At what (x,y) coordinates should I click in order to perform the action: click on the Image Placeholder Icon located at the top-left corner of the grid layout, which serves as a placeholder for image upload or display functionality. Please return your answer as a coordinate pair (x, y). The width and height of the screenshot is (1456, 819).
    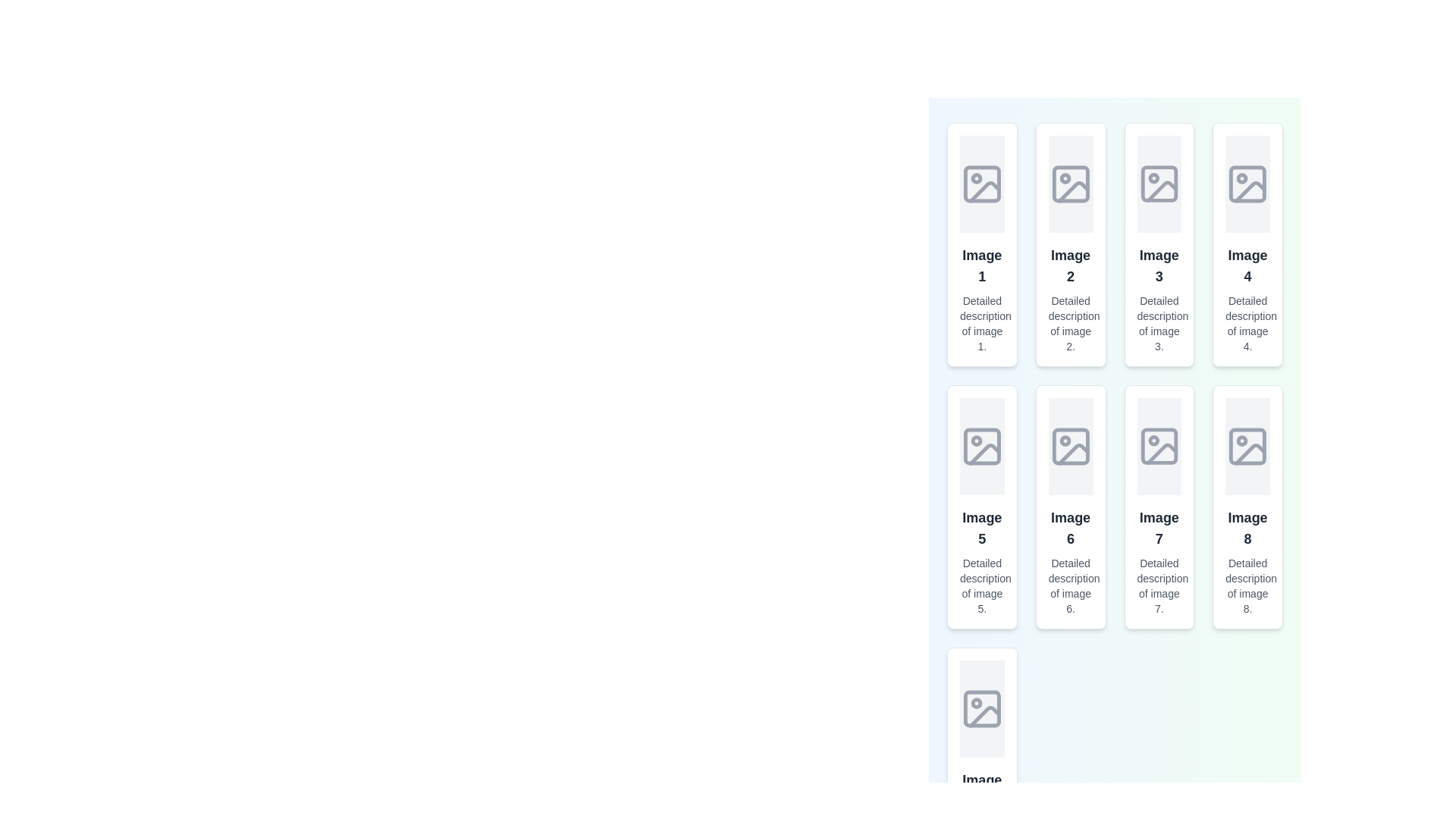
    Looking at the image, I should click on (982, 184).